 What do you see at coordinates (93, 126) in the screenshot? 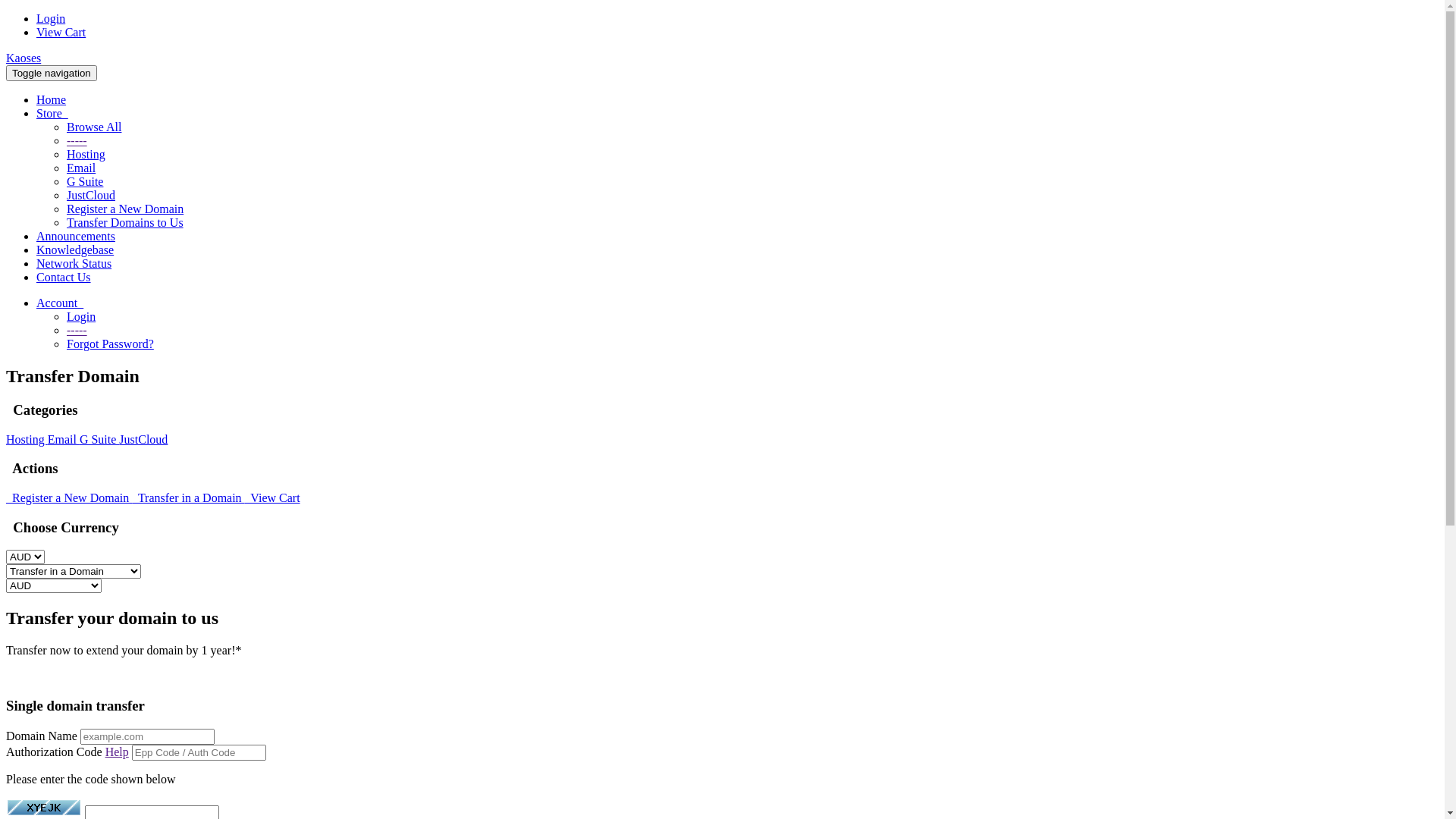
I see `'Browse All'` at bounding box center [93, 126].